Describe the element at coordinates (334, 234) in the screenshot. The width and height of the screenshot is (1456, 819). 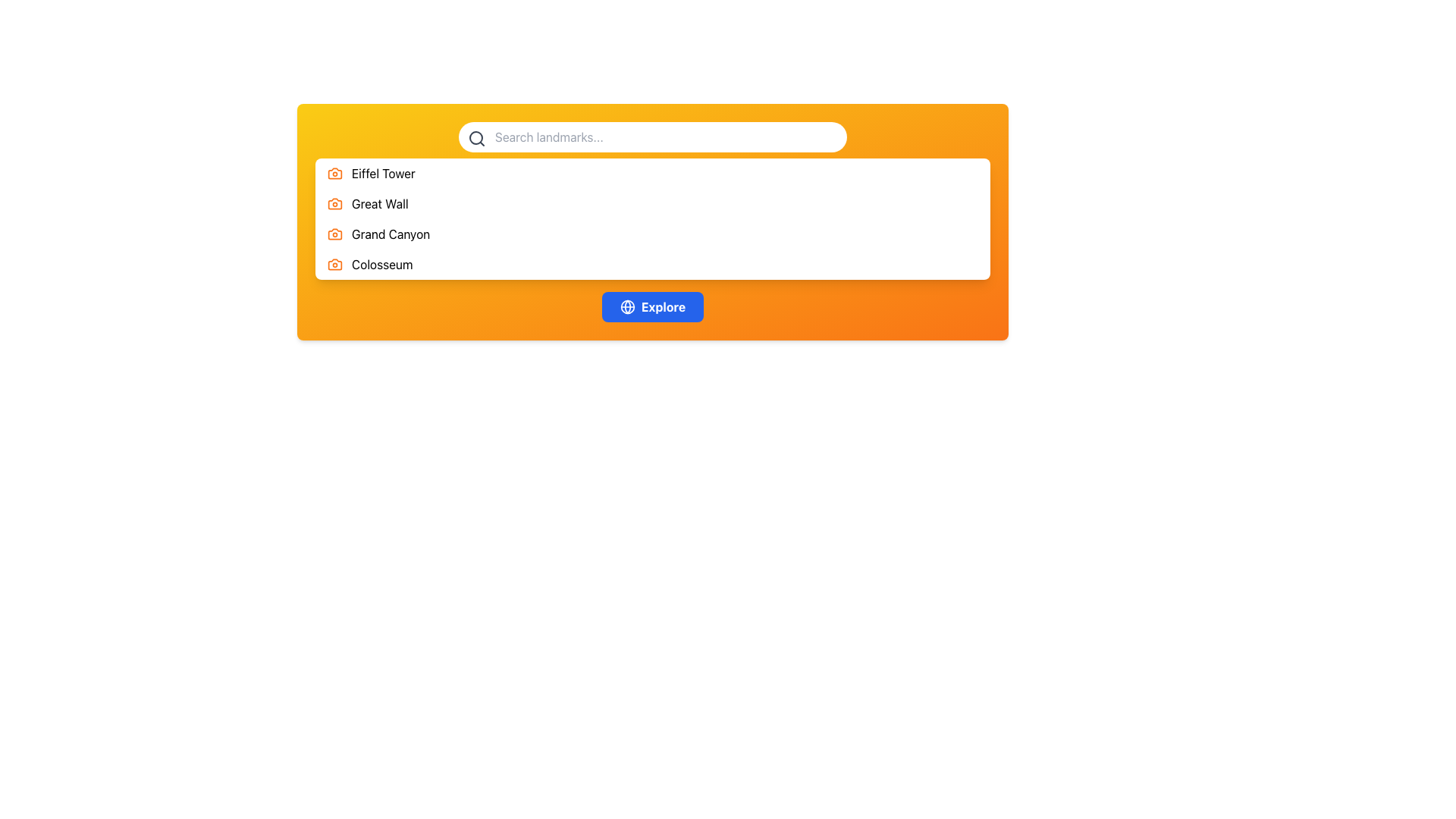
I see `the icon associated with the 'Grand Canyon' list item` at that location.